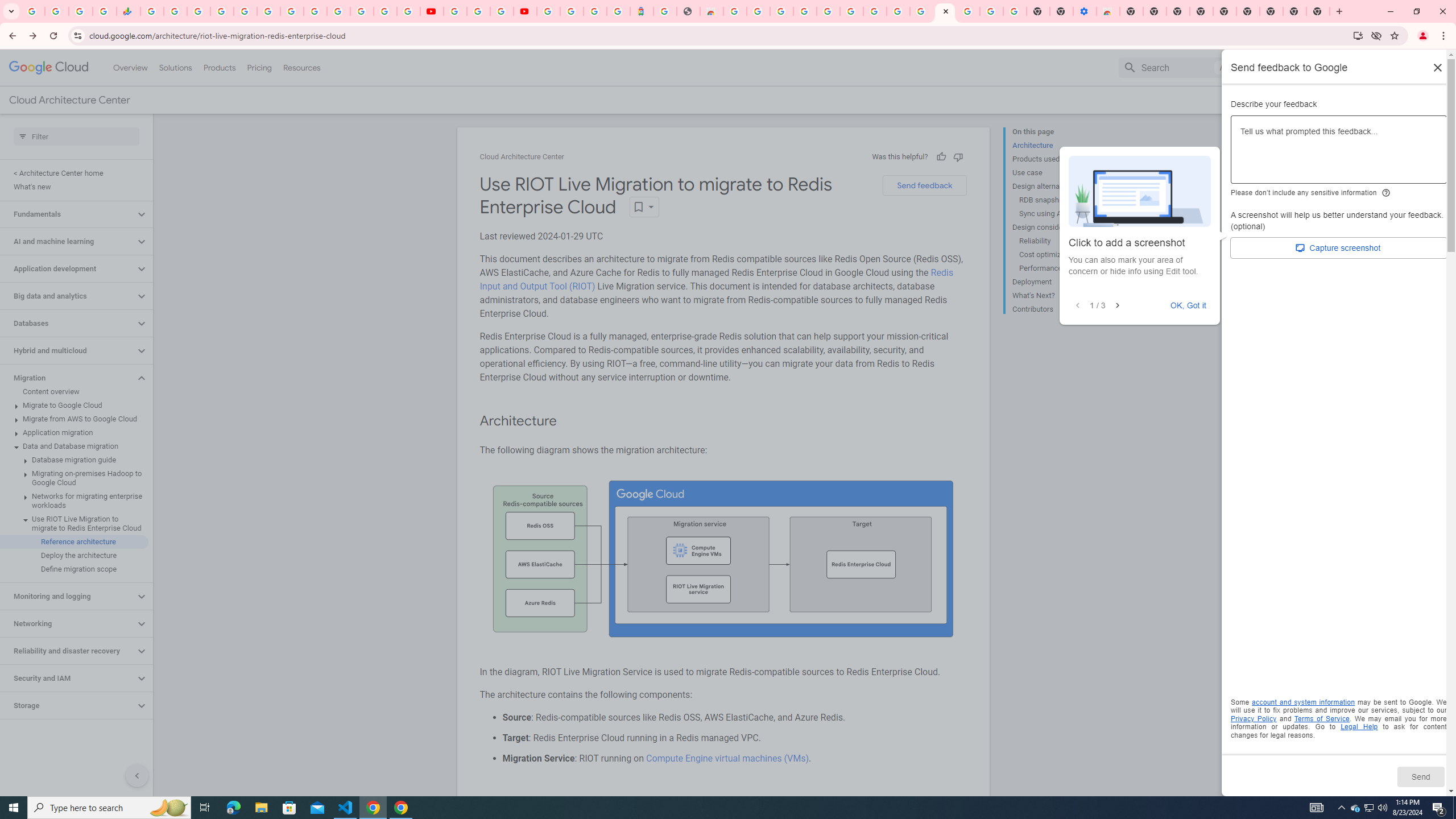 The image size is (1456, 819). I want to click on 'AI and machine learning', so click(67, 241).